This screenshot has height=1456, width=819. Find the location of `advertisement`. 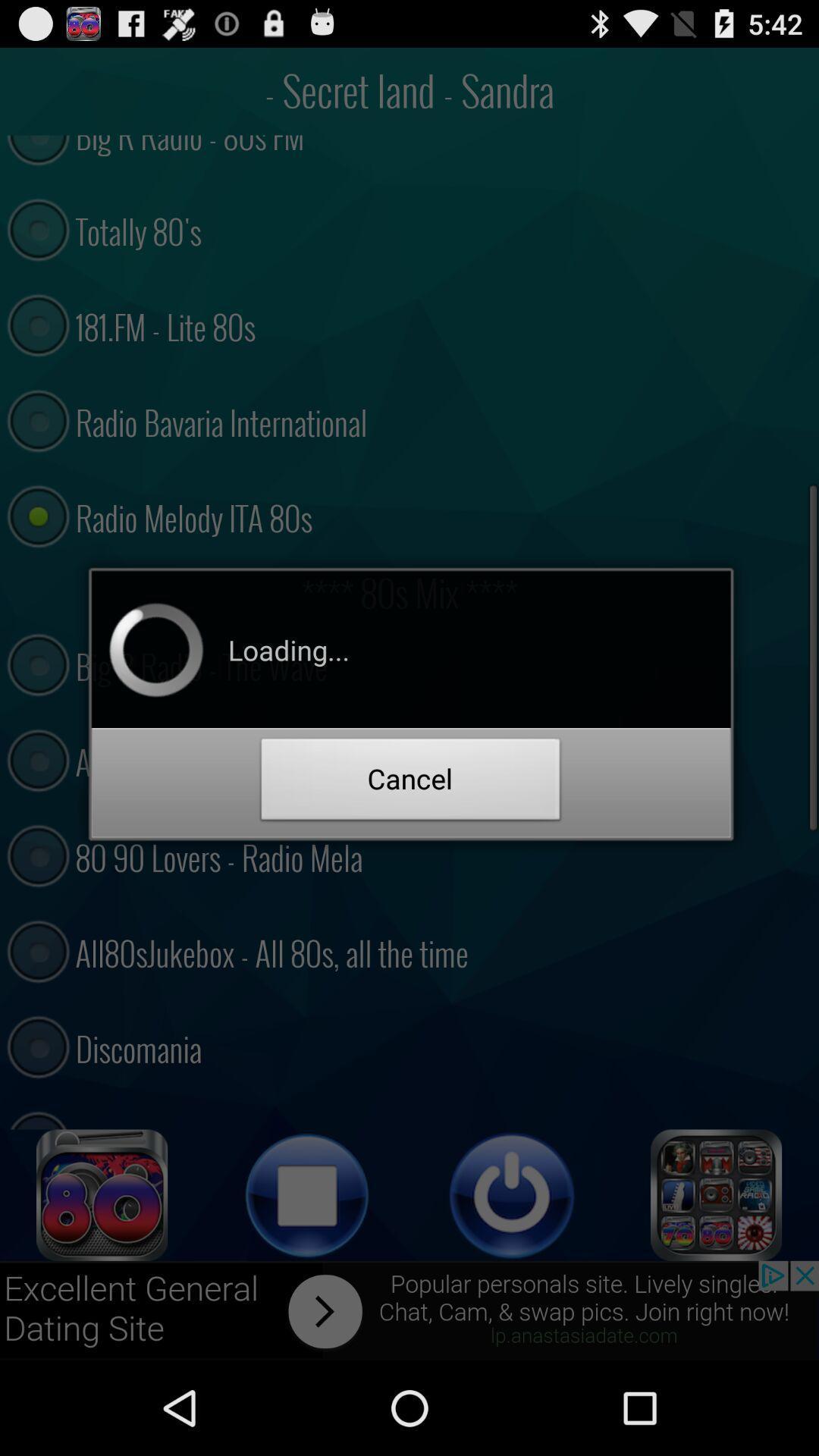

advertisement is located at coordinates (409, 1310).